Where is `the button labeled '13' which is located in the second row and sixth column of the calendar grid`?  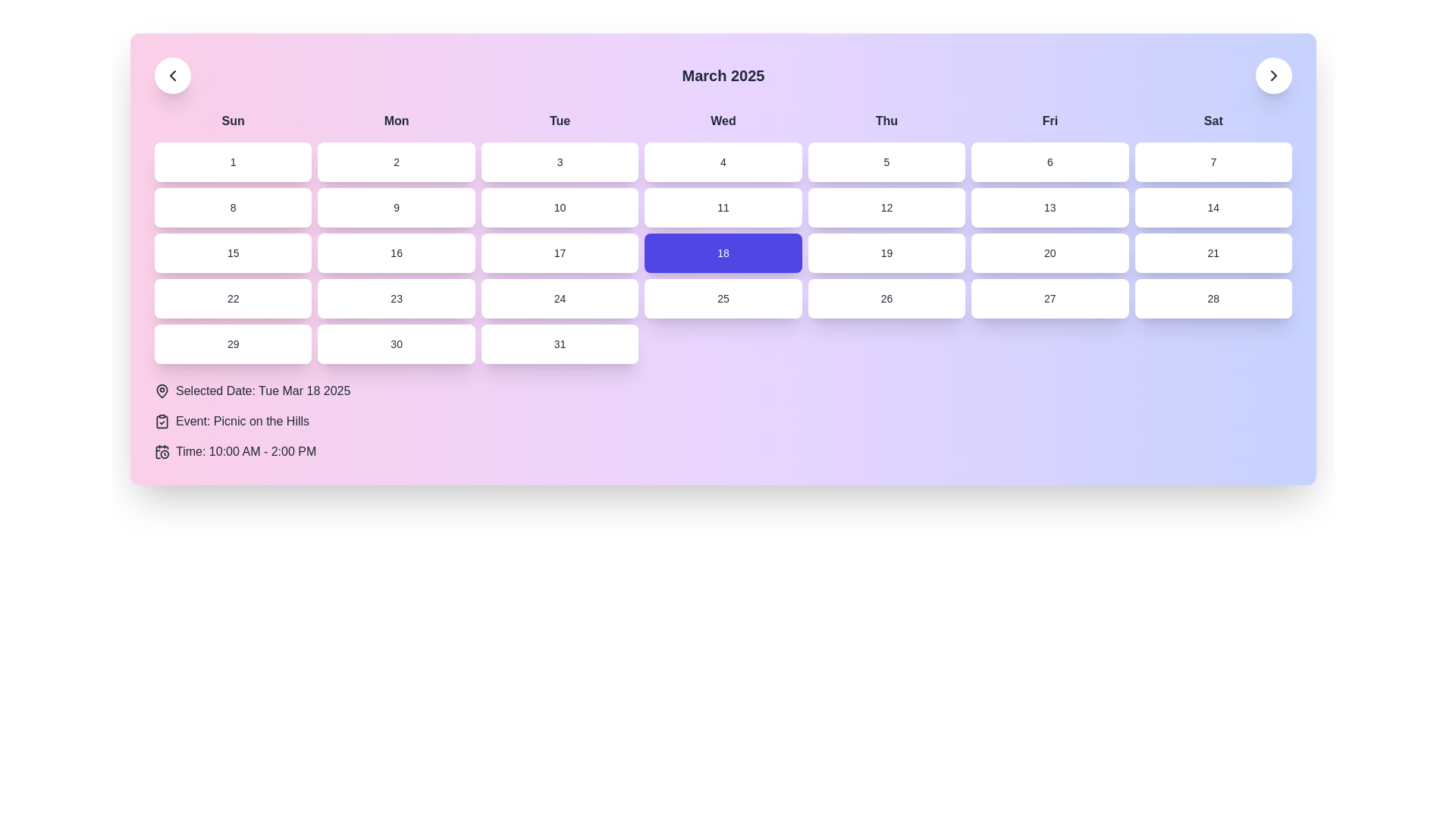 the button labeled '13' which is located in the second row and sixth column of the calendar grid is located at coordinates (1048, 207).